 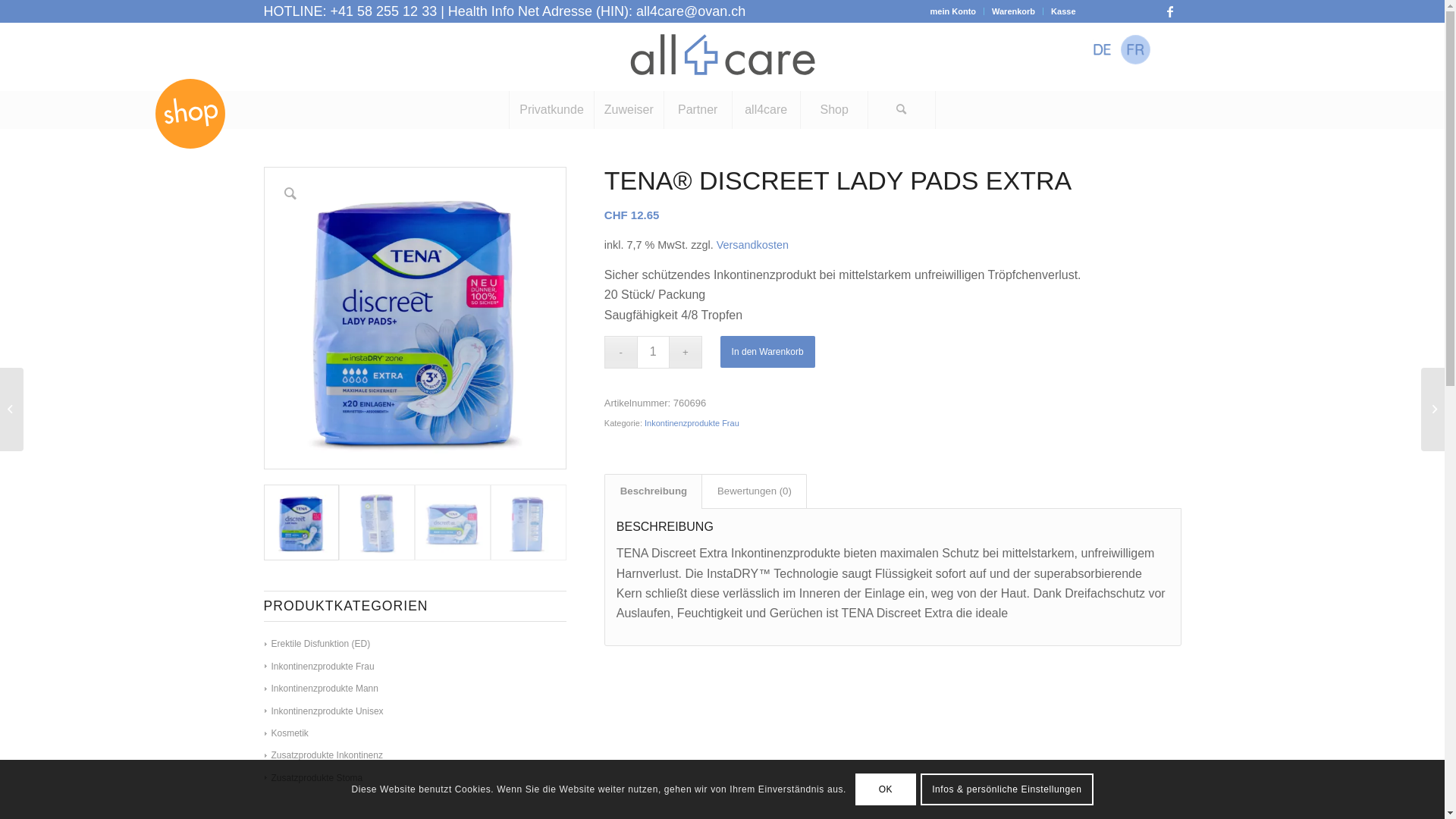 I want to click on 'Deutsch', so click(x=1102, y=49).